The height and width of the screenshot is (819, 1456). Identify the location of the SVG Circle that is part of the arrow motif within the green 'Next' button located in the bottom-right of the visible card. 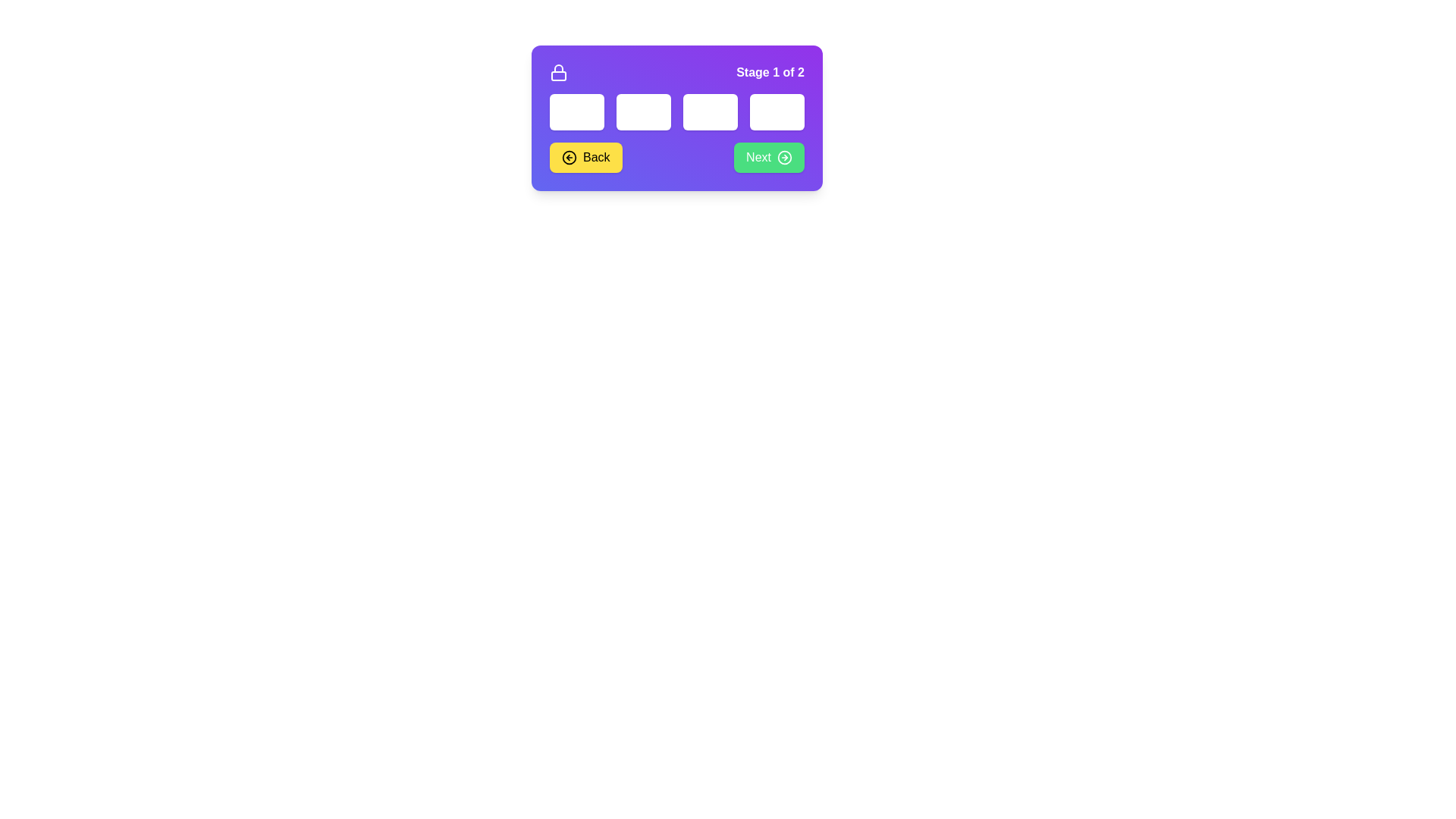
(785, 158).